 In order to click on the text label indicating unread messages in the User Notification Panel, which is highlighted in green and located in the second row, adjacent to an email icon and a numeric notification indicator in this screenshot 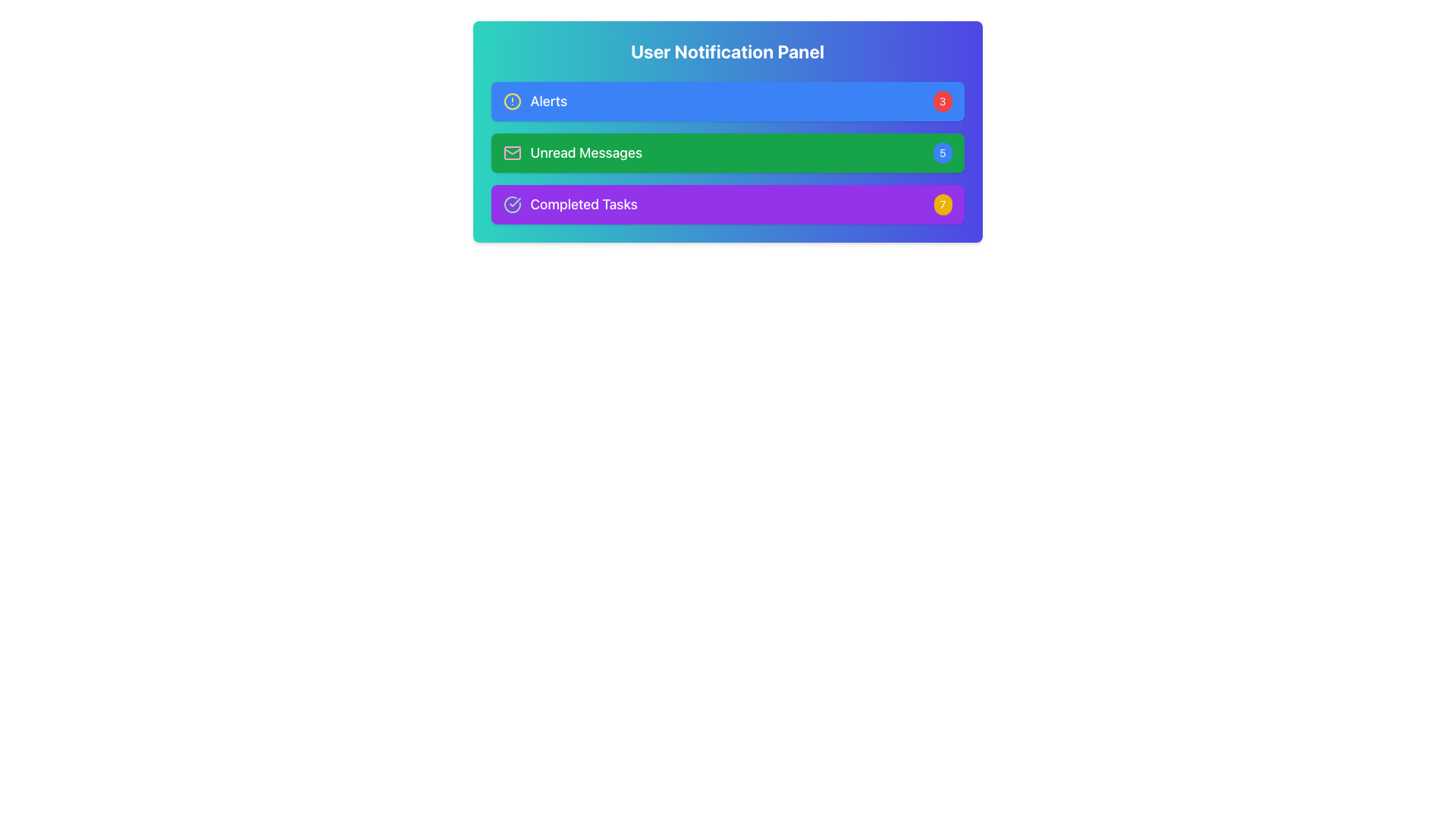, I will do `click(585, 152)`.